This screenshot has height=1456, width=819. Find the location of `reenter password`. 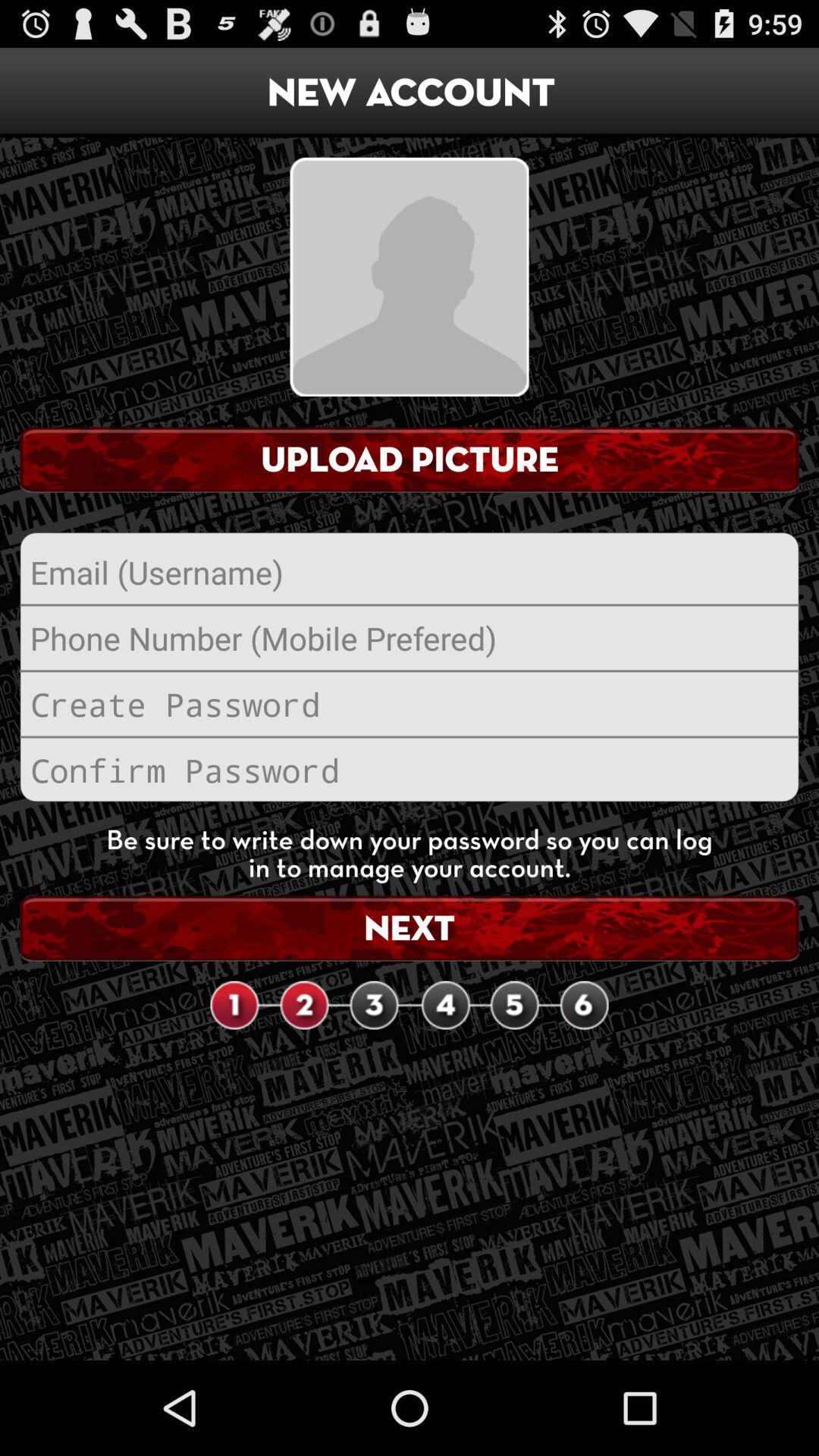

reenter password is located at coordinates (409, 770).